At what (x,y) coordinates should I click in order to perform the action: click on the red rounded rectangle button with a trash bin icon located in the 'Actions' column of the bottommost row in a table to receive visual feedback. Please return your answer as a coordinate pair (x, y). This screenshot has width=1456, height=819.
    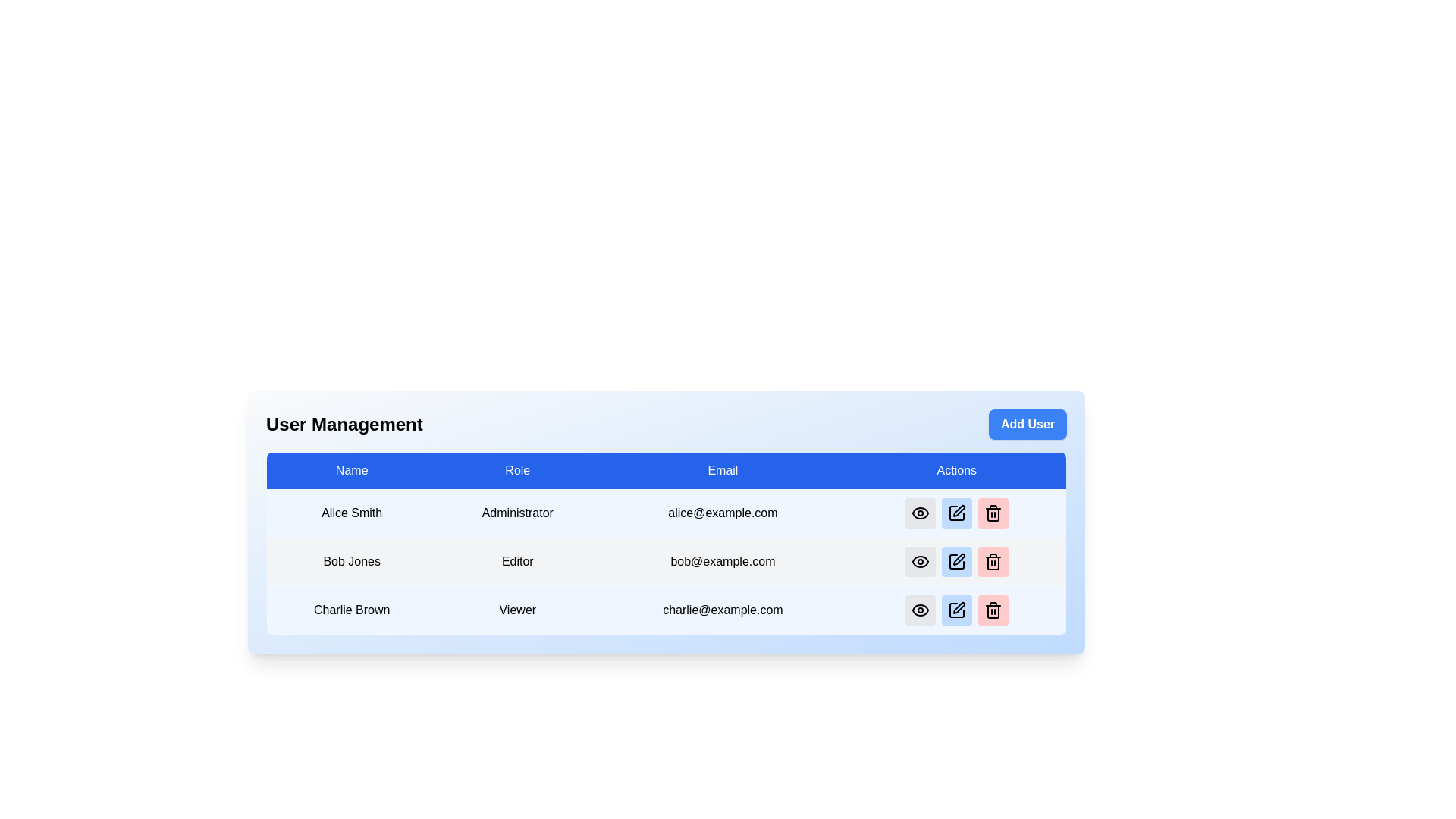
    Looking at the image, I should click on (993, 610).